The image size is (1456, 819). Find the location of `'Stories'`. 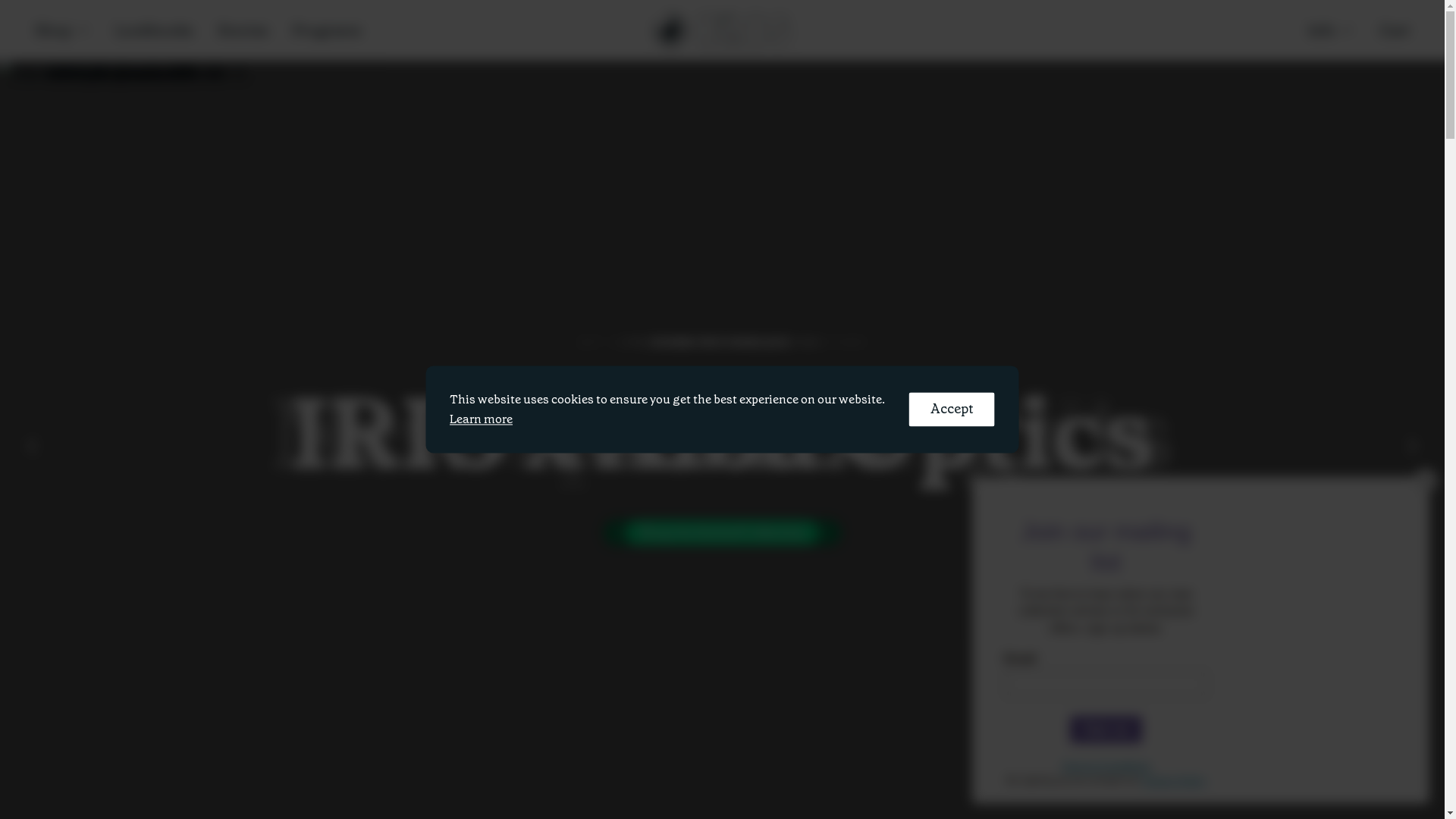

'Stories' is located at coordinates (243, 30).